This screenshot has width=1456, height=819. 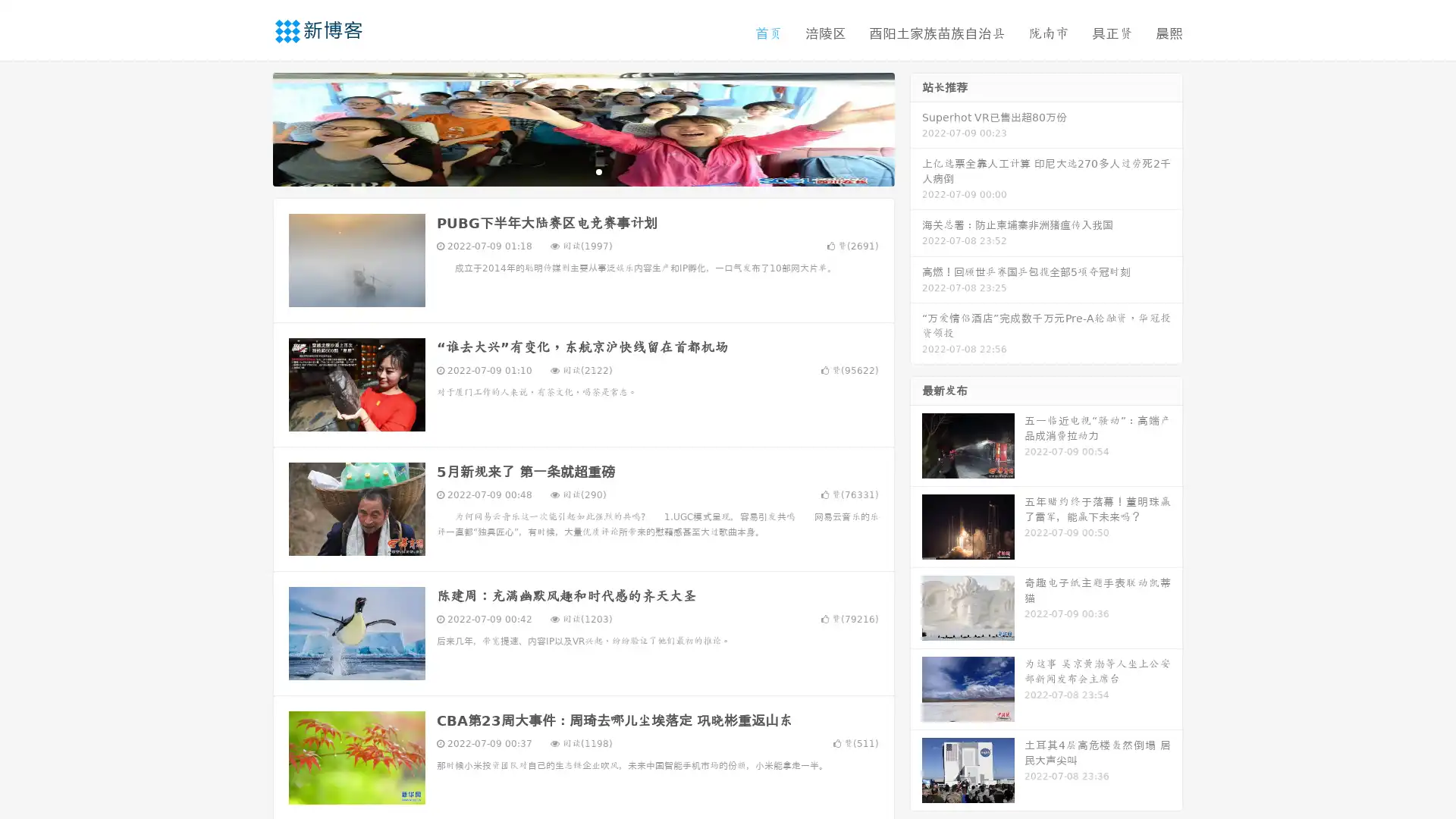 What do you see at coordinates (598, 171) in the screenshot?
I see `Go to slide 3` at bounding box center [598, 171].